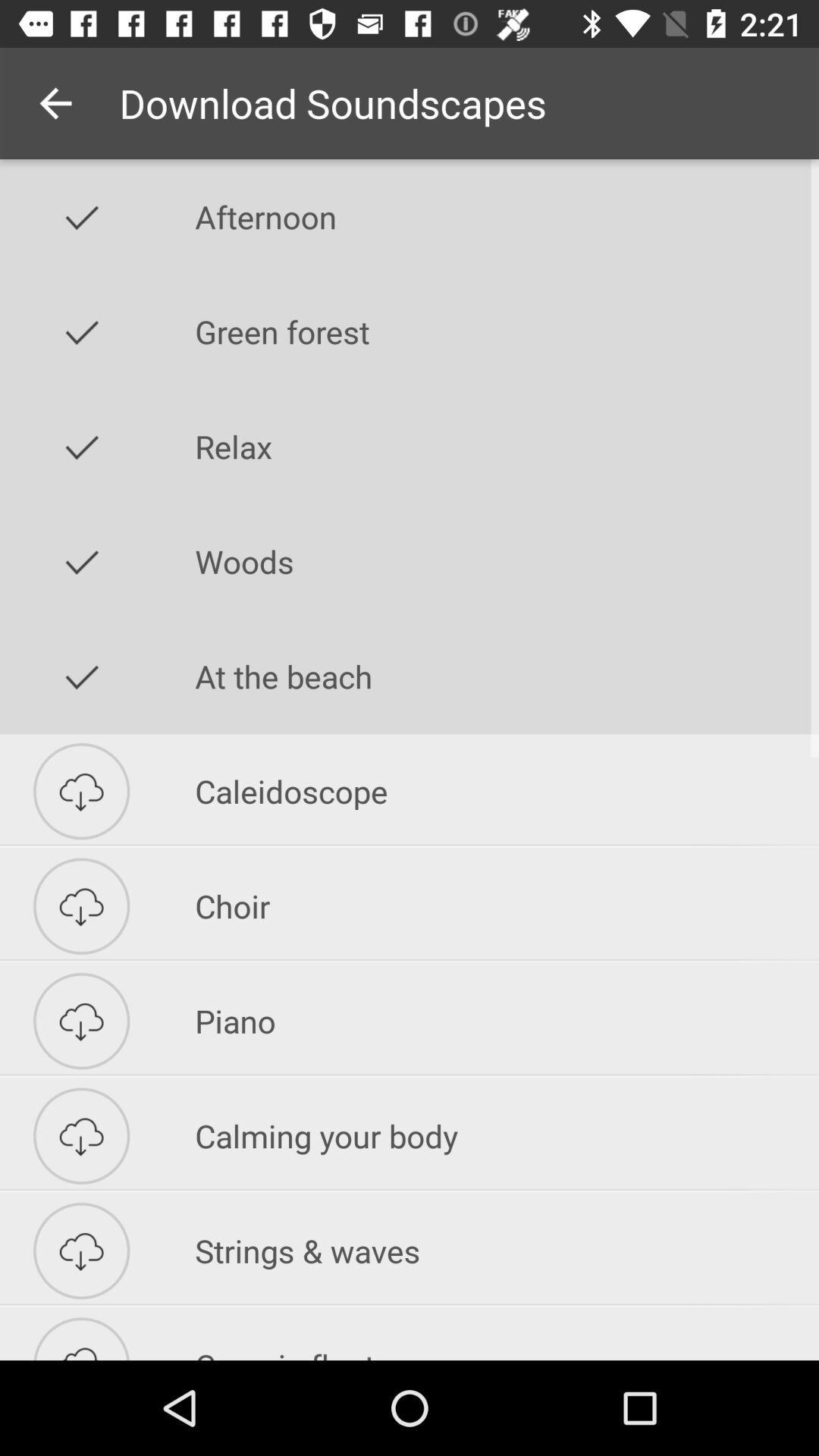 The width and height of the screenshot is (819, 1456). Describe the element at coordinates (507, 216) in the screenshot. I see `icon above the green forest icon` at that location.